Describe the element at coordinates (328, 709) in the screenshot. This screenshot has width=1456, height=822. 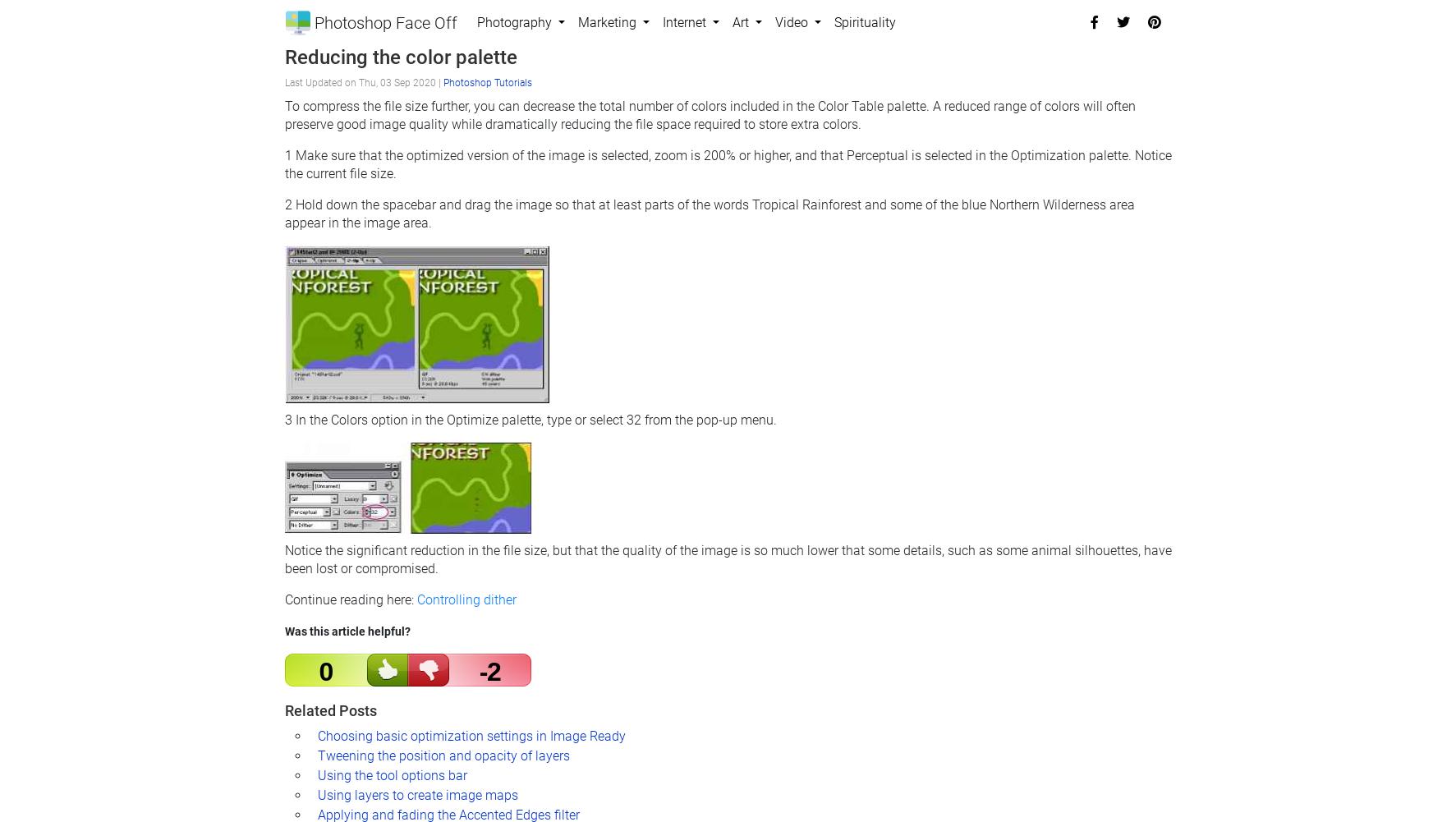
I see `'Related Posts'` at that location.